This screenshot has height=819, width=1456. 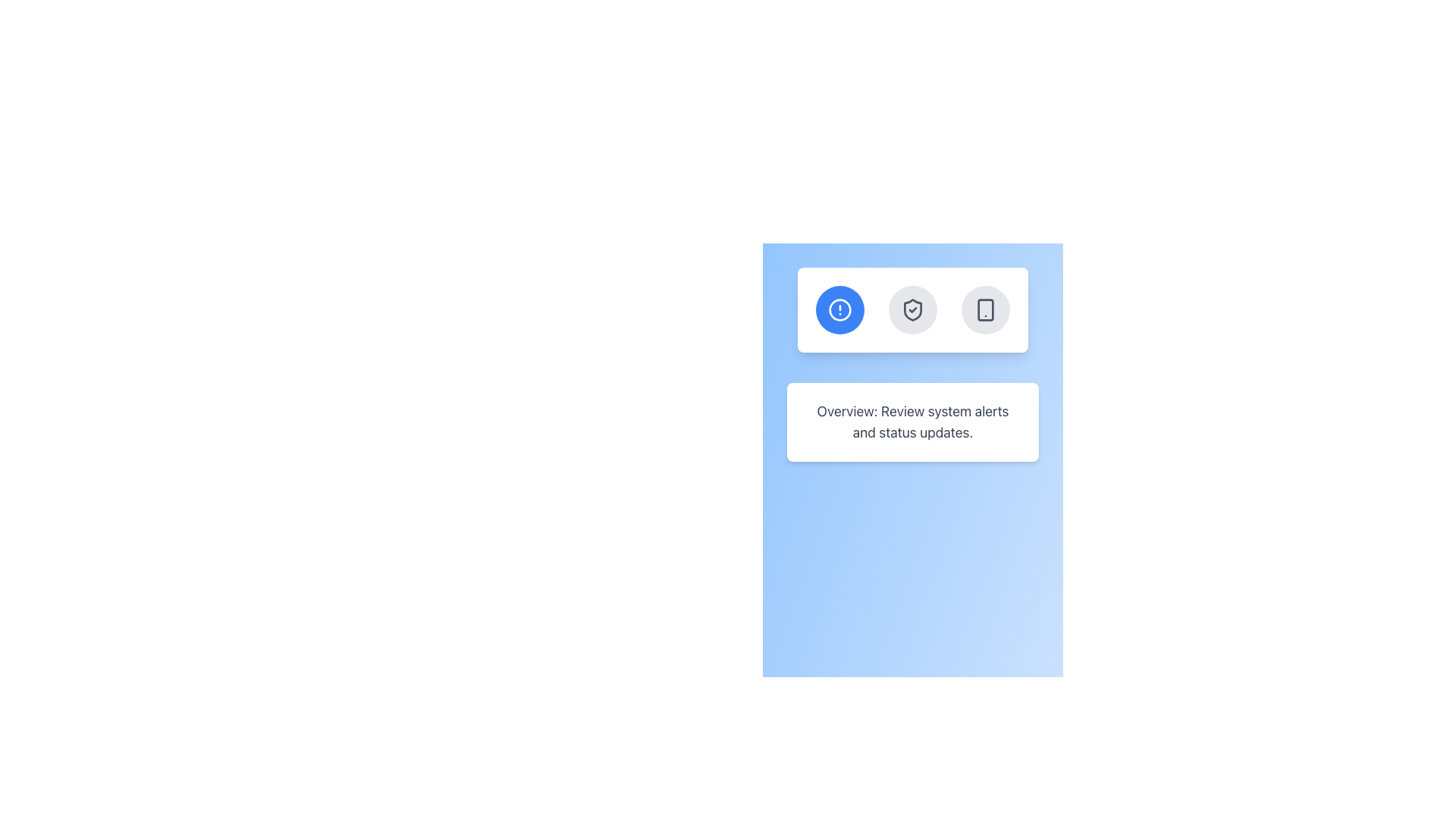 I want to click on the informational text element that provides an overview related to system alerts and updates, which is centered within a white rectangular card with rounded corners beneath a row of circular icons, so click(x=912, y=422).